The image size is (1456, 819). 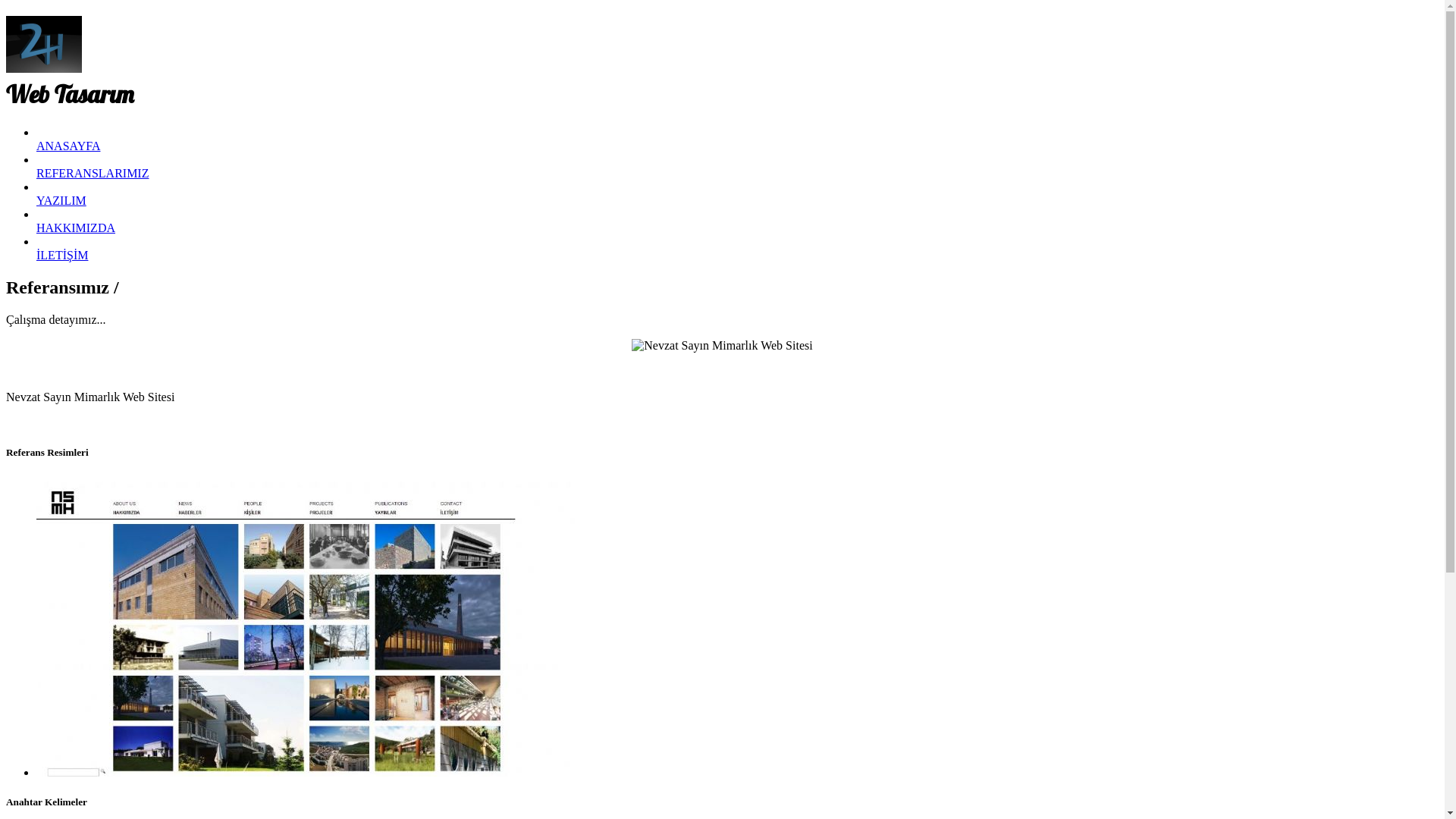 What do you see at coordinates (61, 207) in the screenshot?
I see `'YAZILIM'` at bounding box center [61, 207].